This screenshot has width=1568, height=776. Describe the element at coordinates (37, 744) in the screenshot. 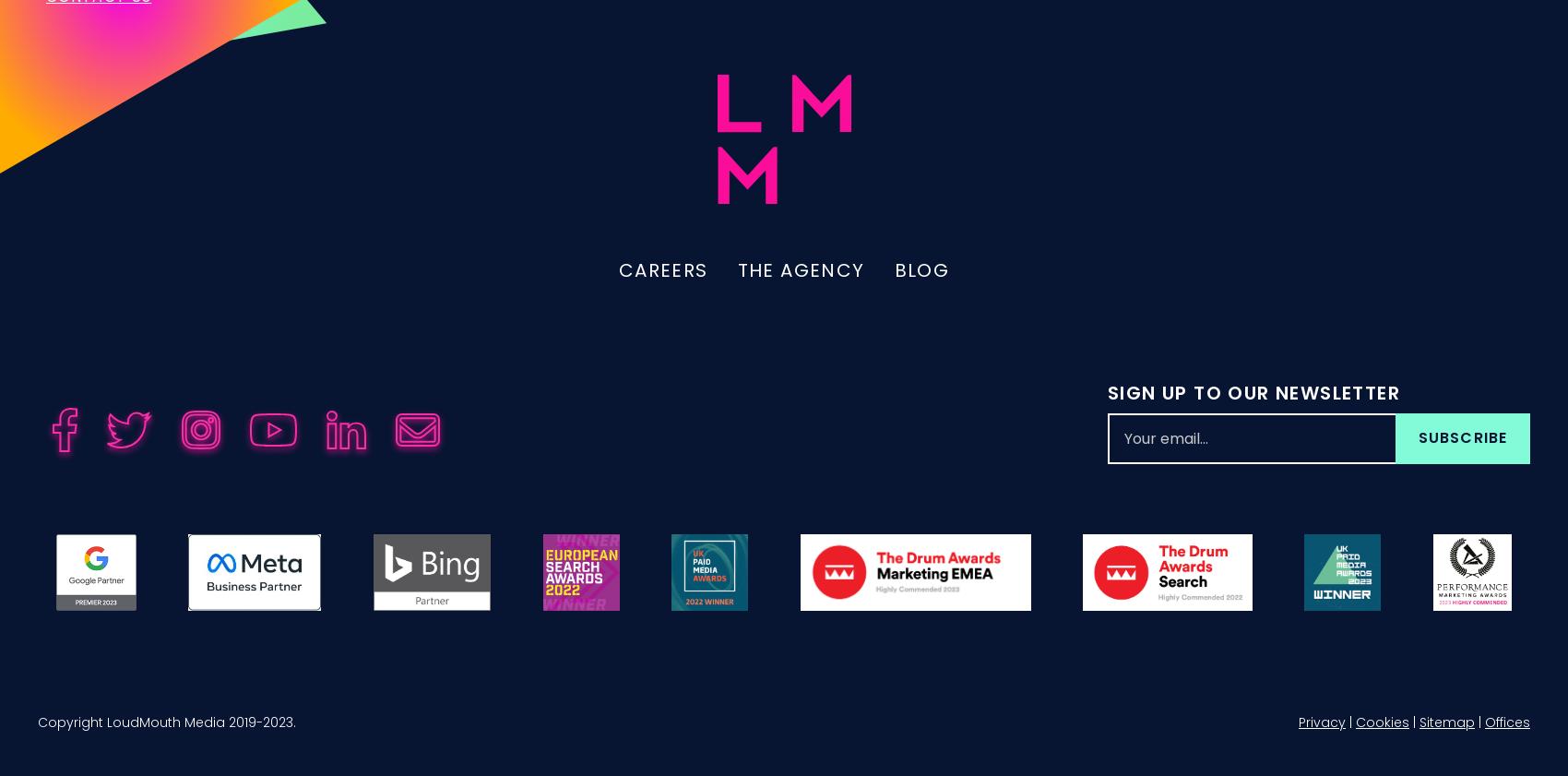

I see `'Copyright LoudMouth Media 2019-2023.'` at that location.